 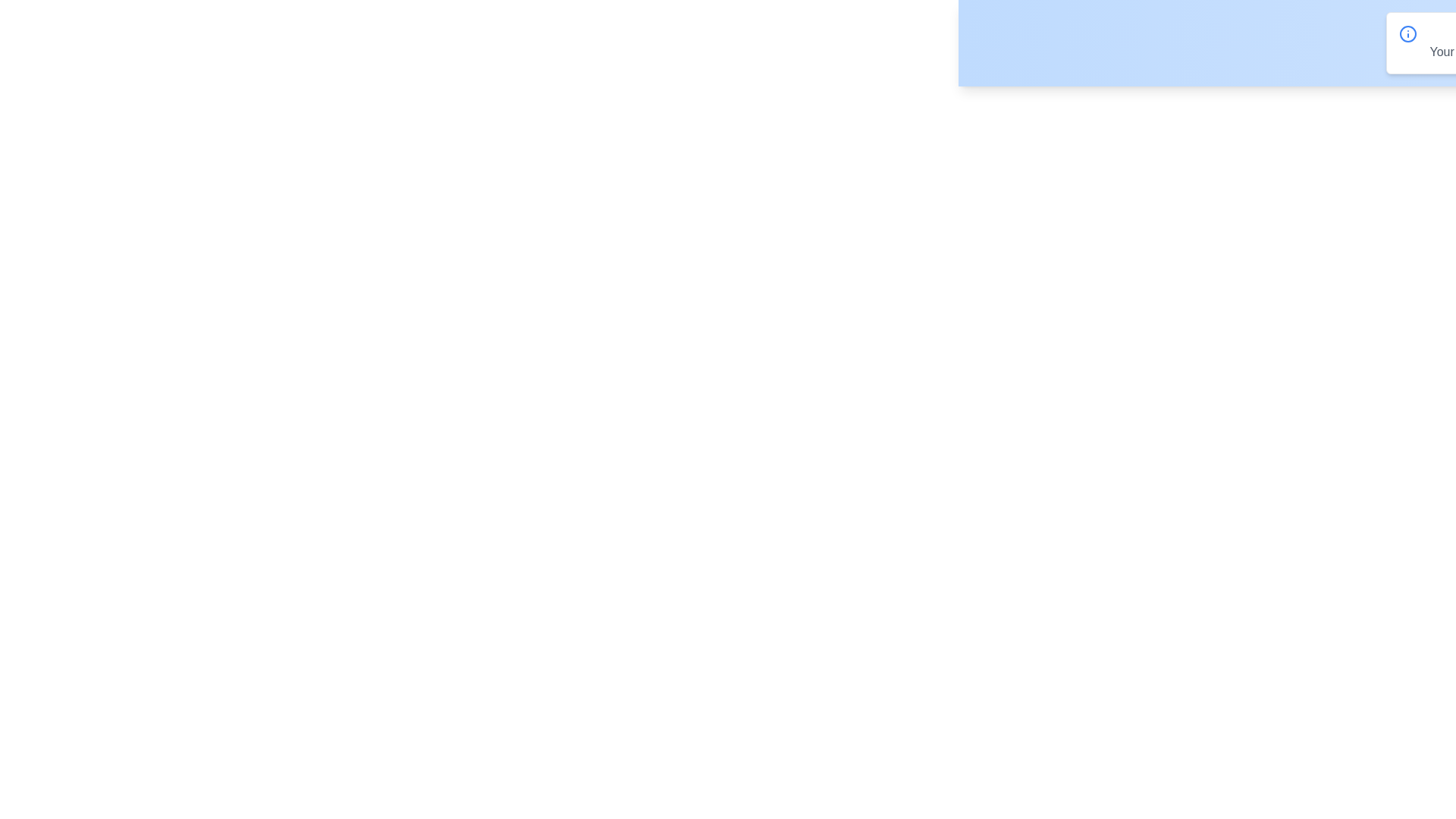 What do you see at coordinates (1407, 34) in the screenshot?
I see `the info icon to view additional details` at bounding box center [1407, 34].